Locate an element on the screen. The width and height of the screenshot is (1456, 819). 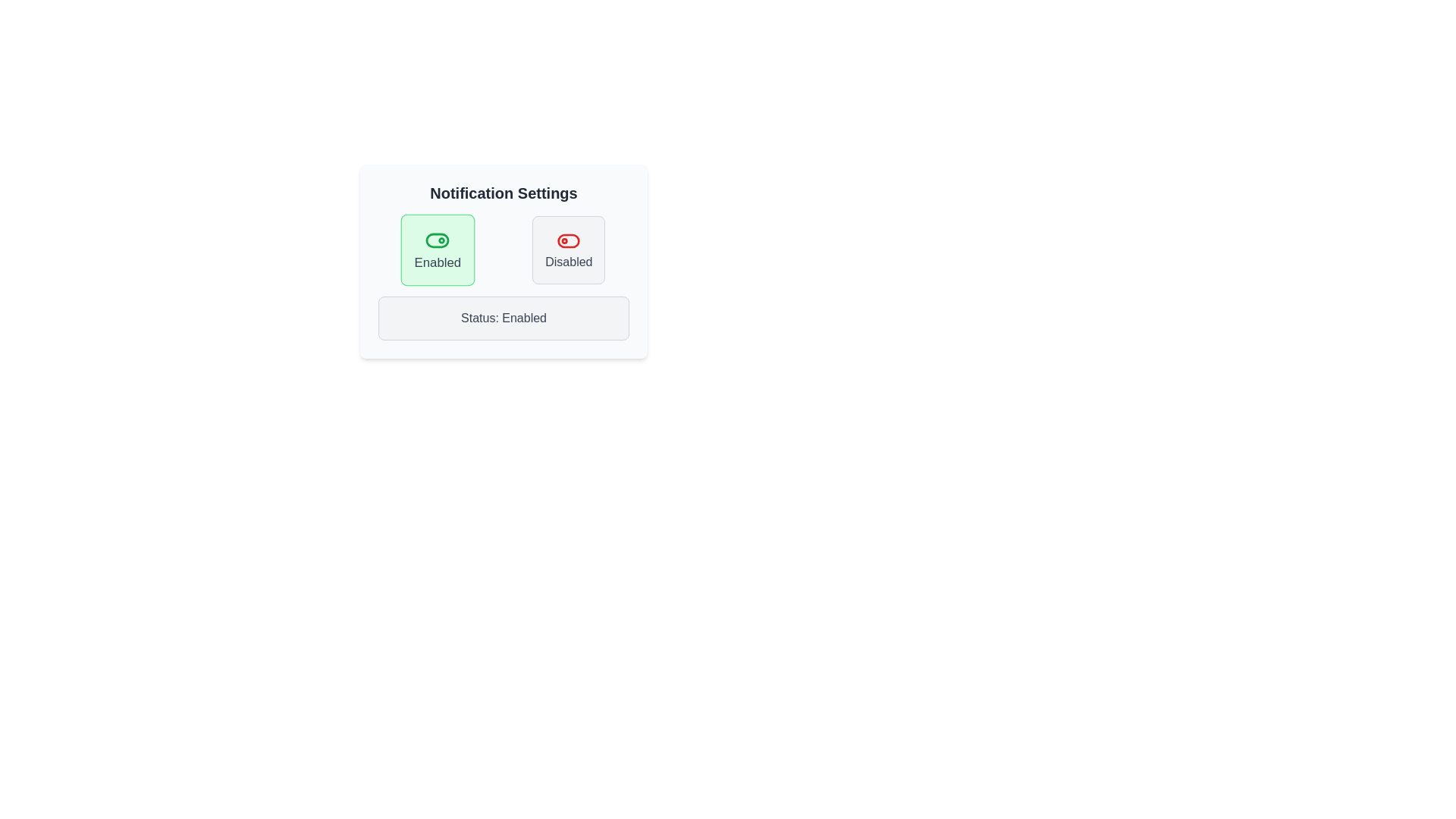
the text label indicating the section for notification settings, which is positioned above the toggles for 'Enabled' and 'Disabled' is located at coordinates (504, 192).